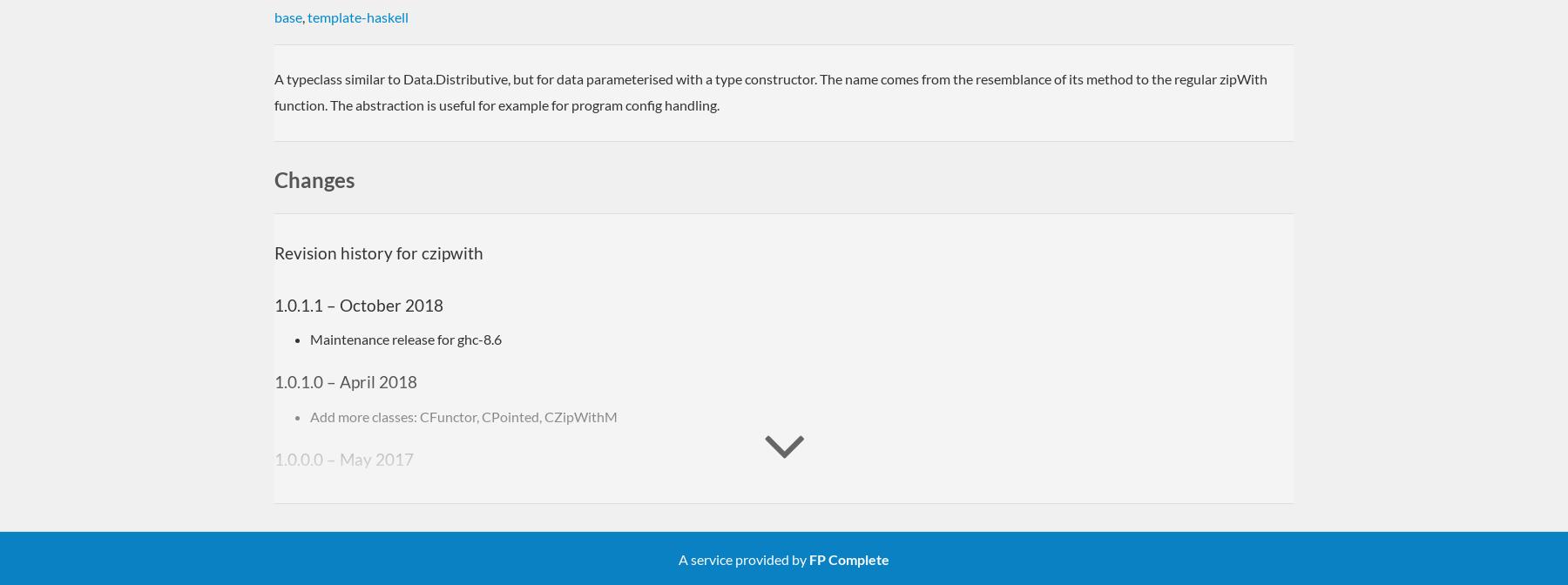 Image resolution: width=1568 pixels, height=585 pixels. Describe the element at coordinates (405, 339) in the screenshot. I see `'Maintenance release for ghc-8.6'` at that location.